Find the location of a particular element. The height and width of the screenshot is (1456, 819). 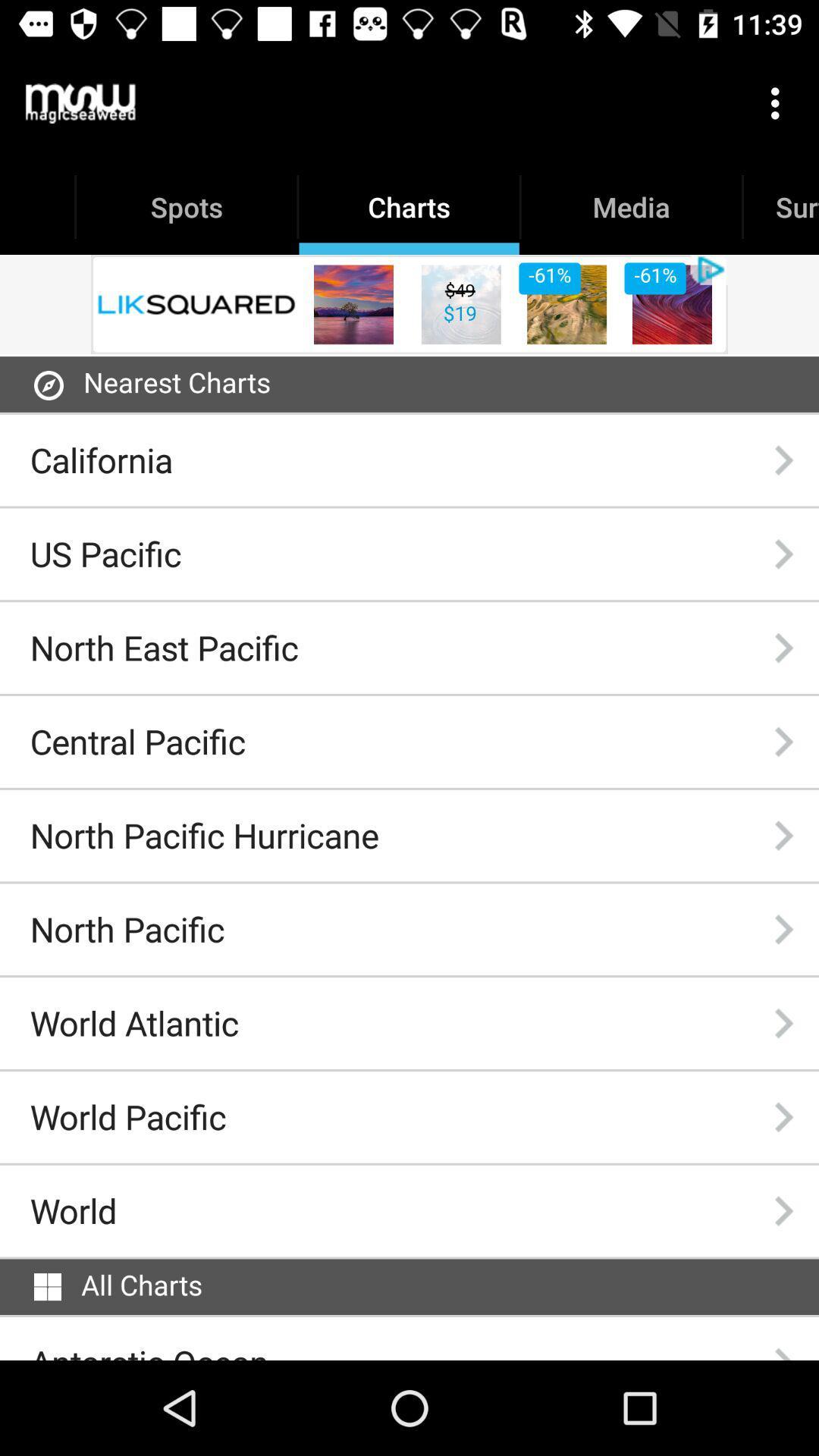

the item above the california item is located at coordinates (176, 382).